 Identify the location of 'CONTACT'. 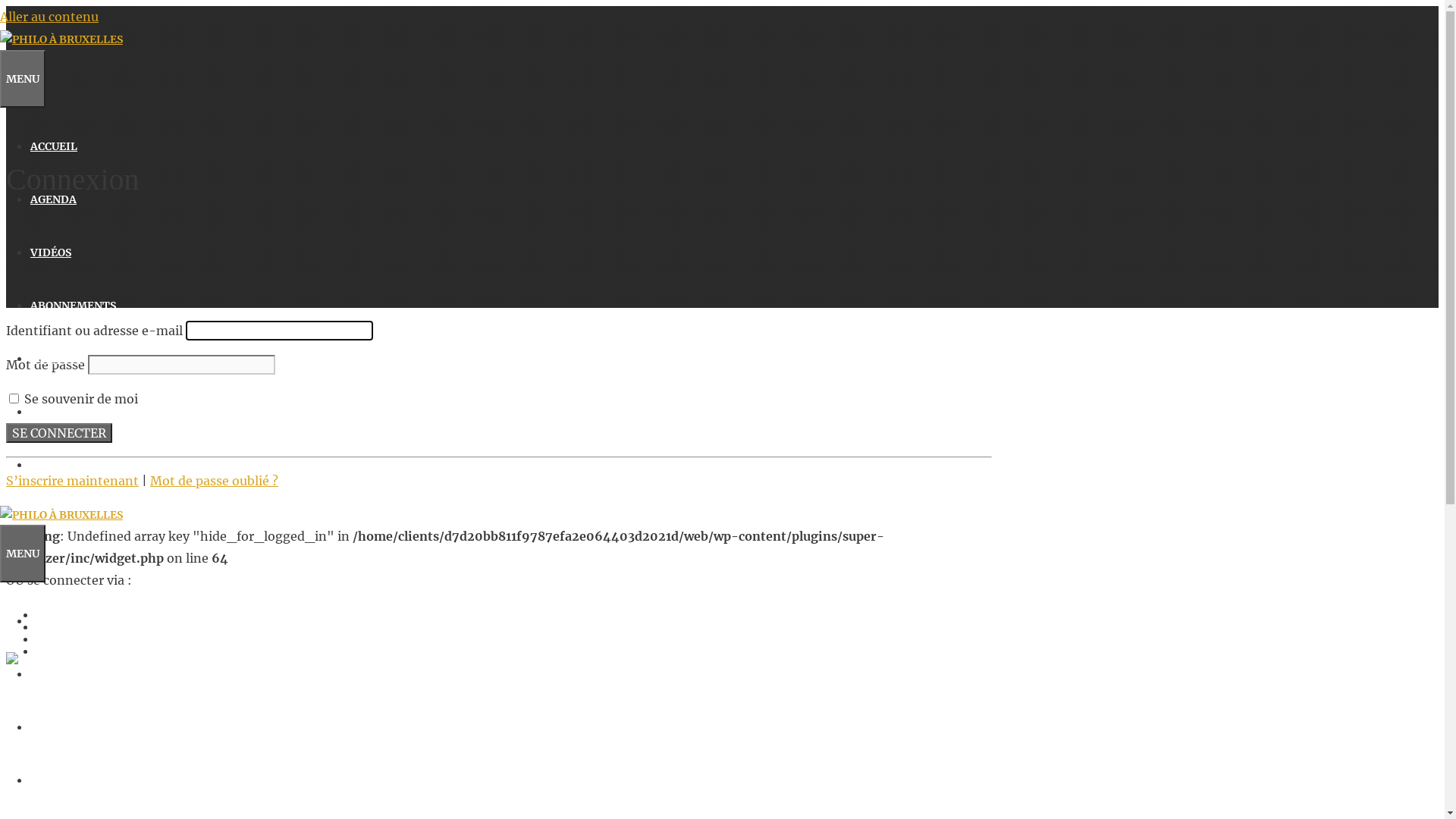
(56, 359).